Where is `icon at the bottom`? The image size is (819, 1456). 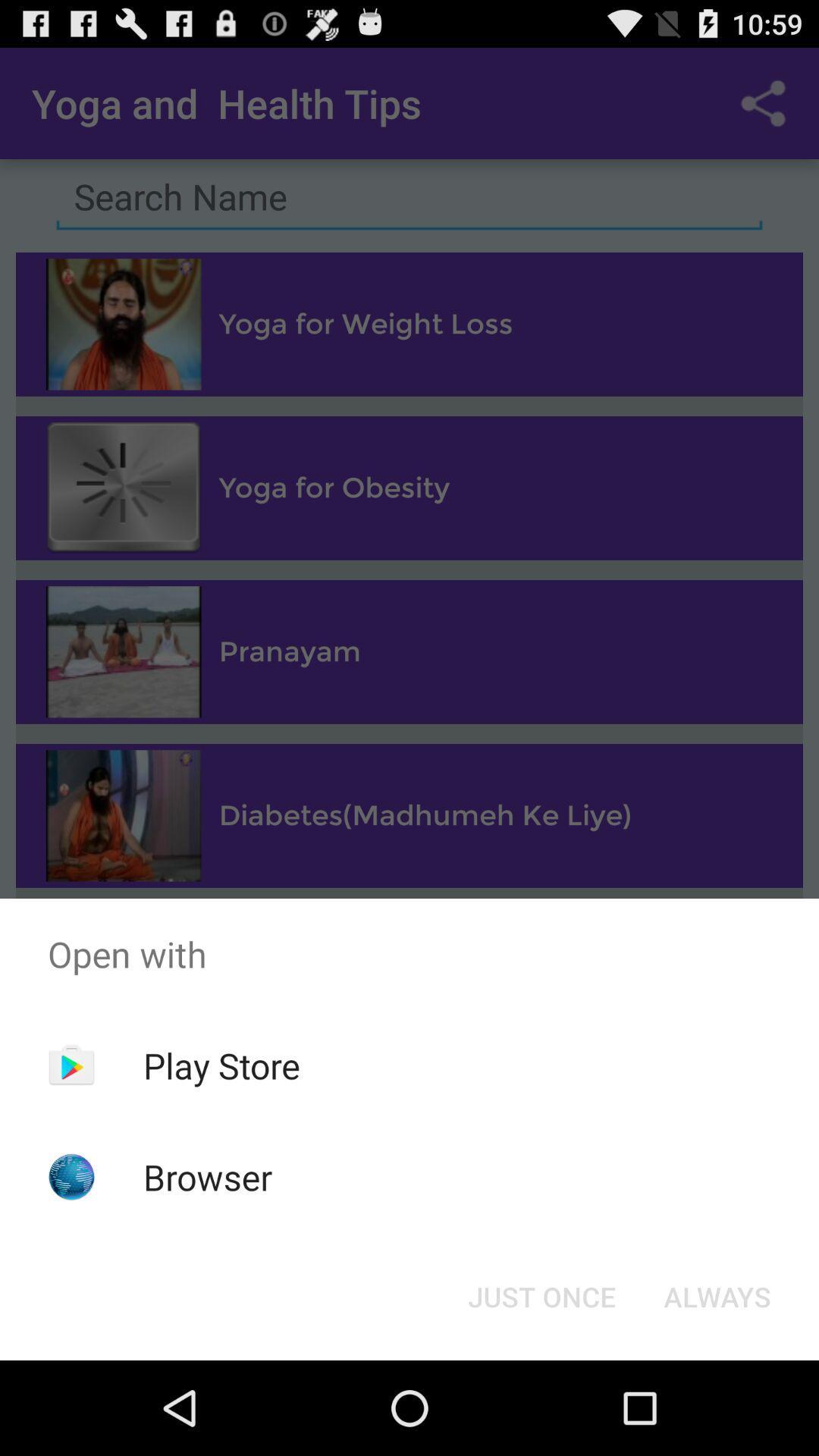 icon at the bottom is located at coordinates (541, 1295).